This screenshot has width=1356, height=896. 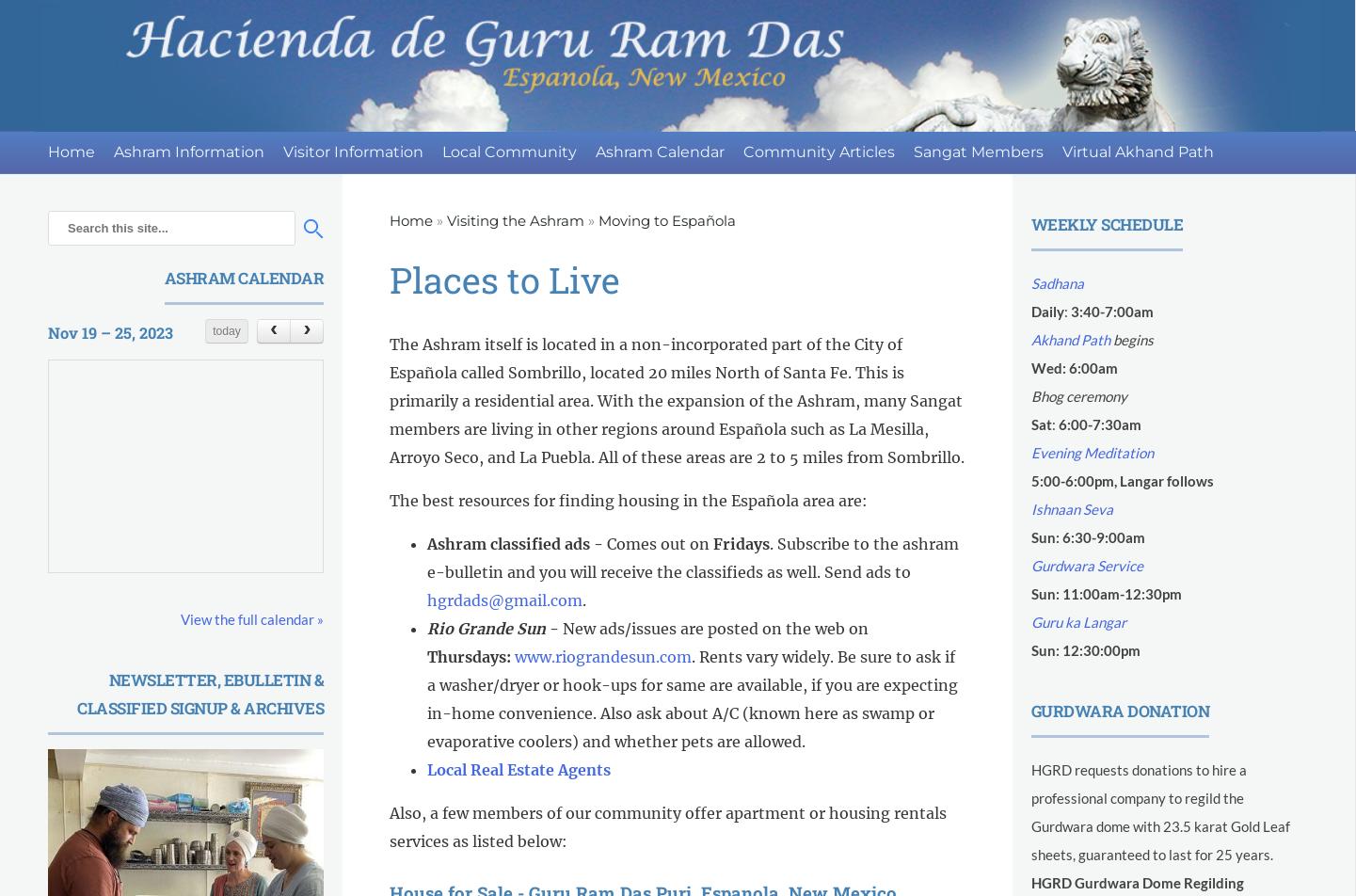 I want to click on 'Sun: 11:00am-12:30pm', so click(x=1105, y=593).